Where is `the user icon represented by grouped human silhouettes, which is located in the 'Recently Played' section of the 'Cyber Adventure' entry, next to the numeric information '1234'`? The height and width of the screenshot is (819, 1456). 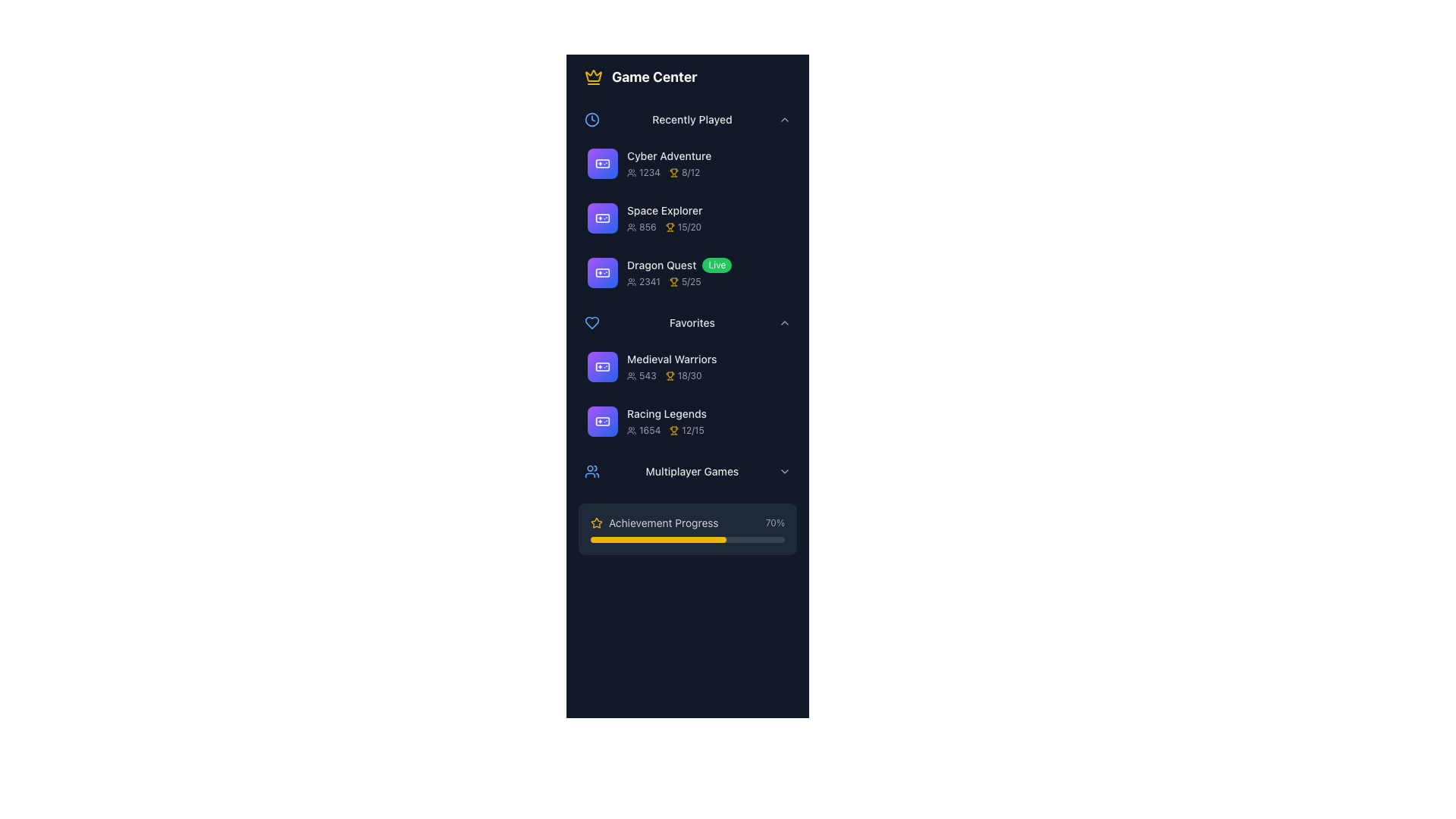
the user icon represented by grouped human silhouettes, which is located in the 'Recently Played' section of the 'Cyber Adventure' entry, next to the numeric information '1234' is located at coordinates (632, 171).